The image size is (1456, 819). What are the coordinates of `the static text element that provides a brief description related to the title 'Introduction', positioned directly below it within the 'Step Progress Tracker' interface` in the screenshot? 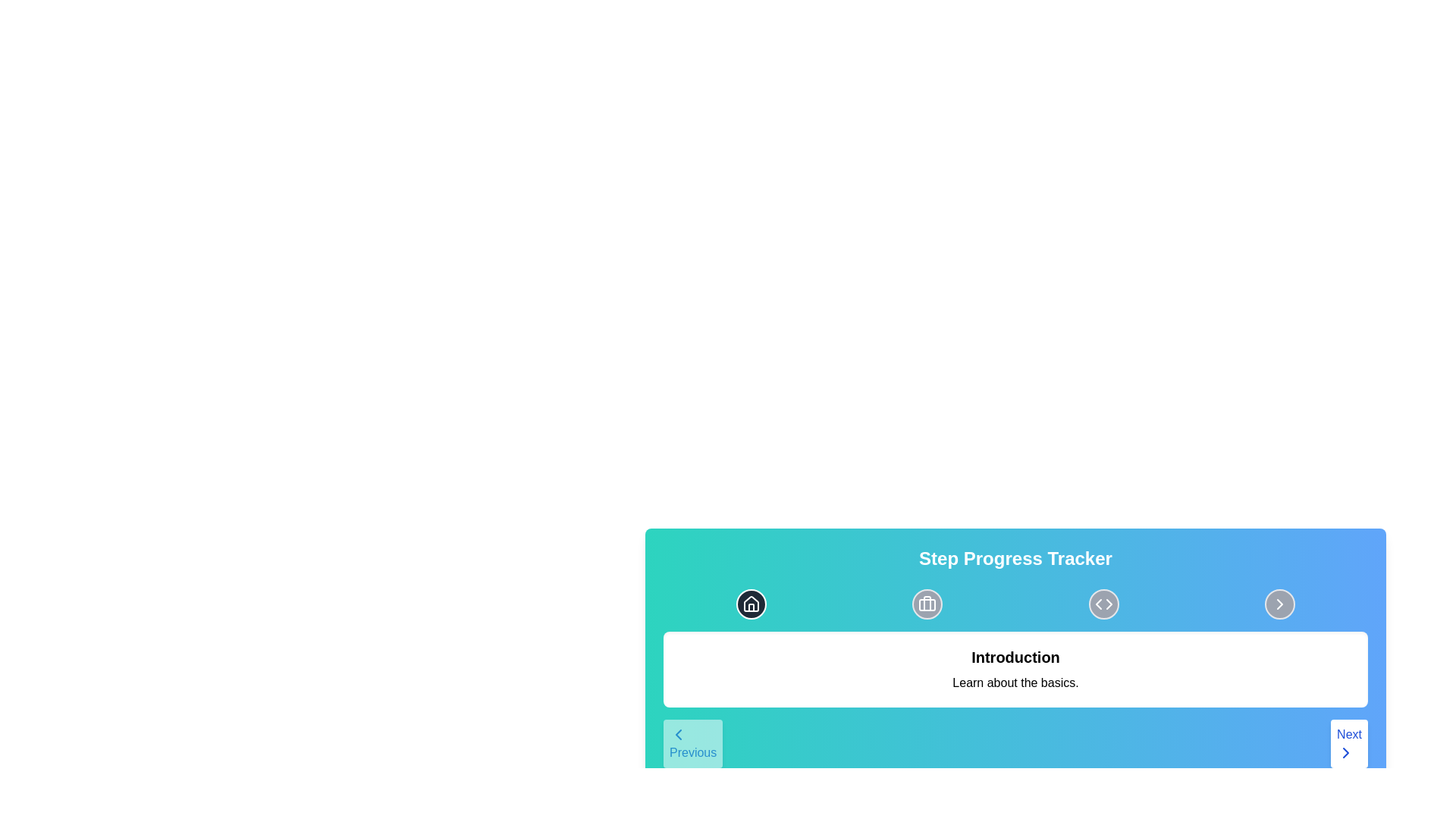 It's located at (1015, 683).